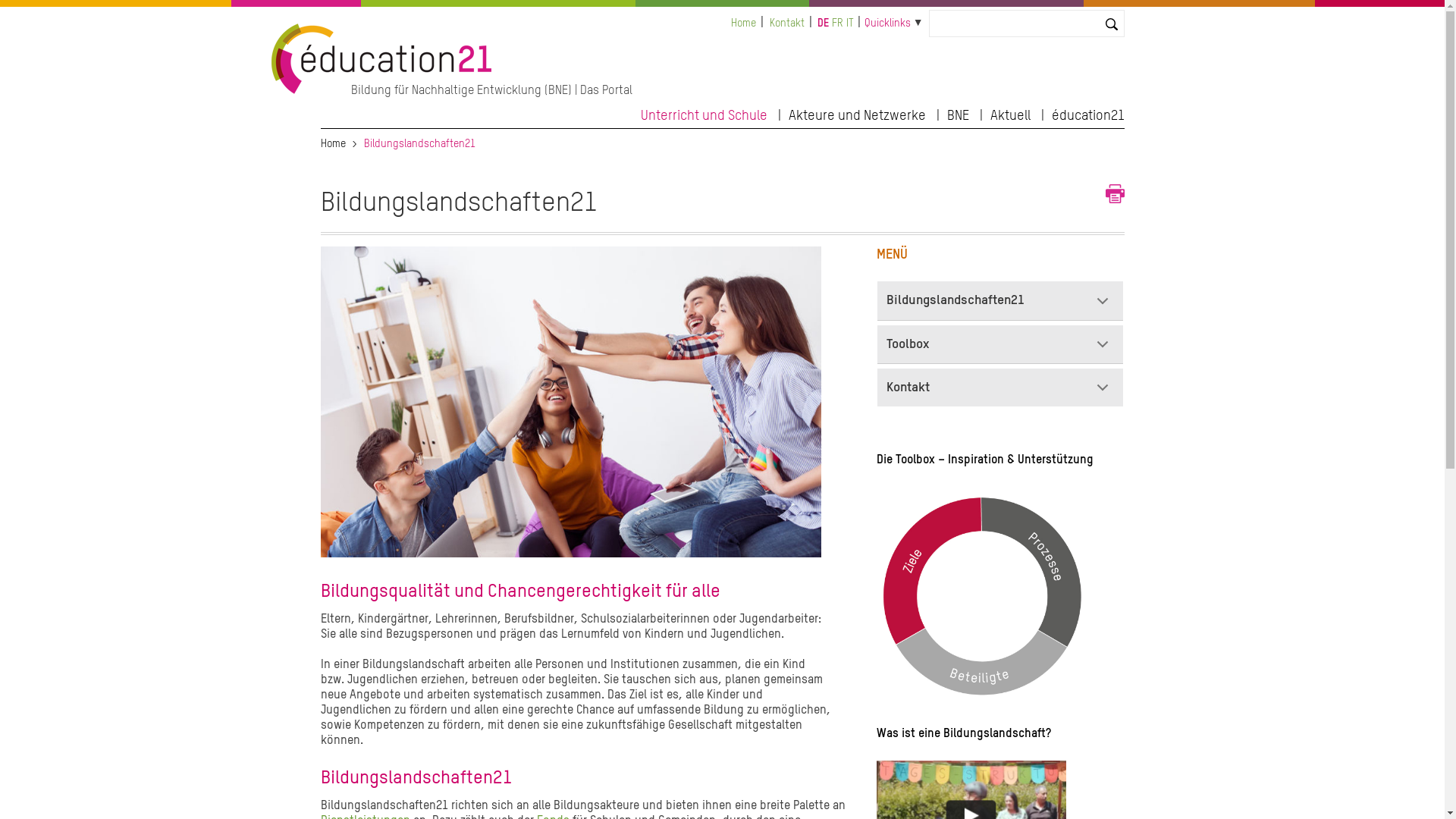  I want to click on 'Bildungslandschaften21', so click(877, 300).